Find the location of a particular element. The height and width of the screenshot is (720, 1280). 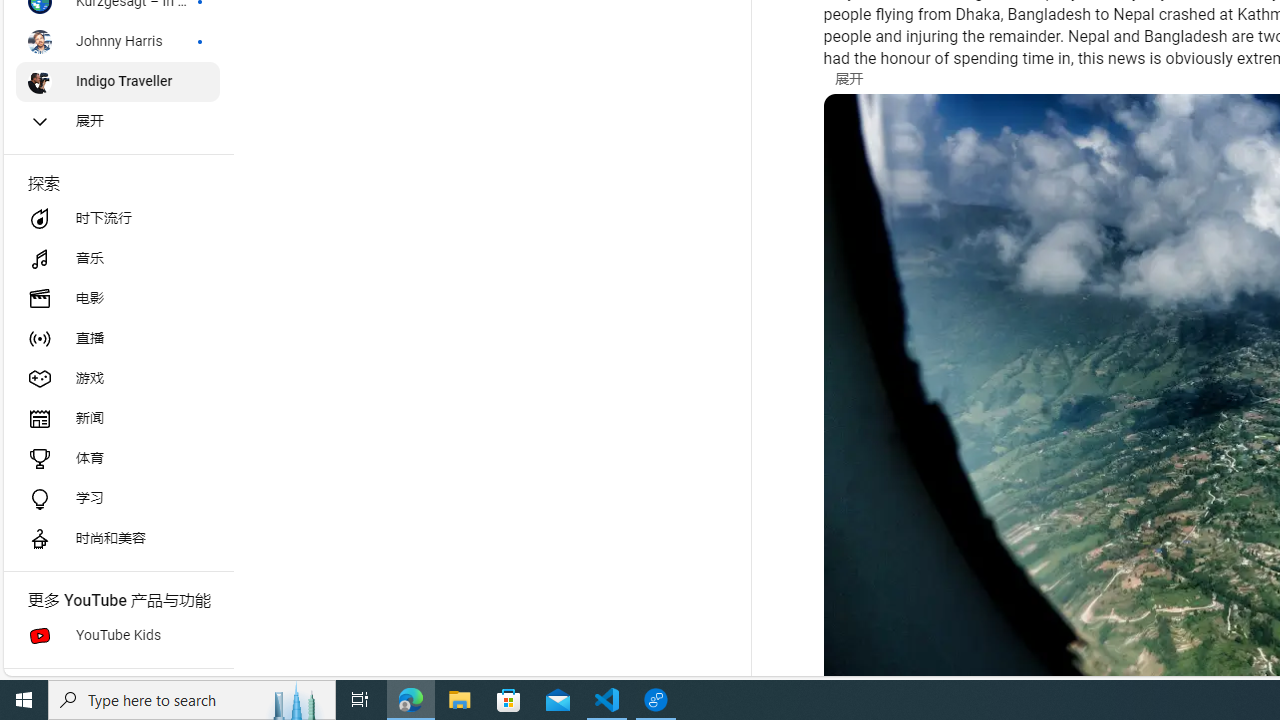

'YouTube Kids' is located at coordinates (116, 636).